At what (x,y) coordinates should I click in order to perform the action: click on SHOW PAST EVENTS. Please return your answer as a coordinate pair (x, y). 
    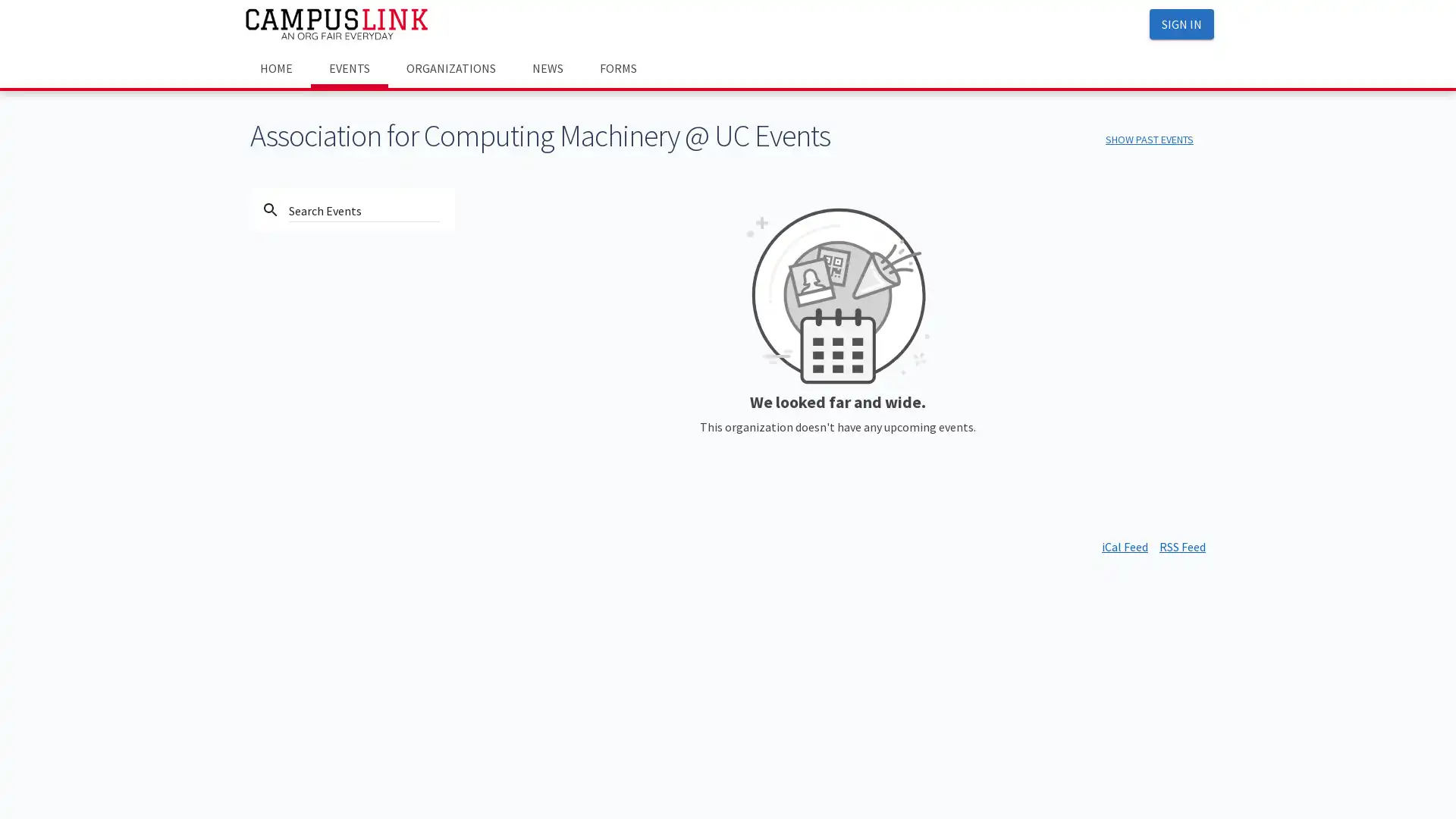
    Looking at the image, I should click on (1150, 139).